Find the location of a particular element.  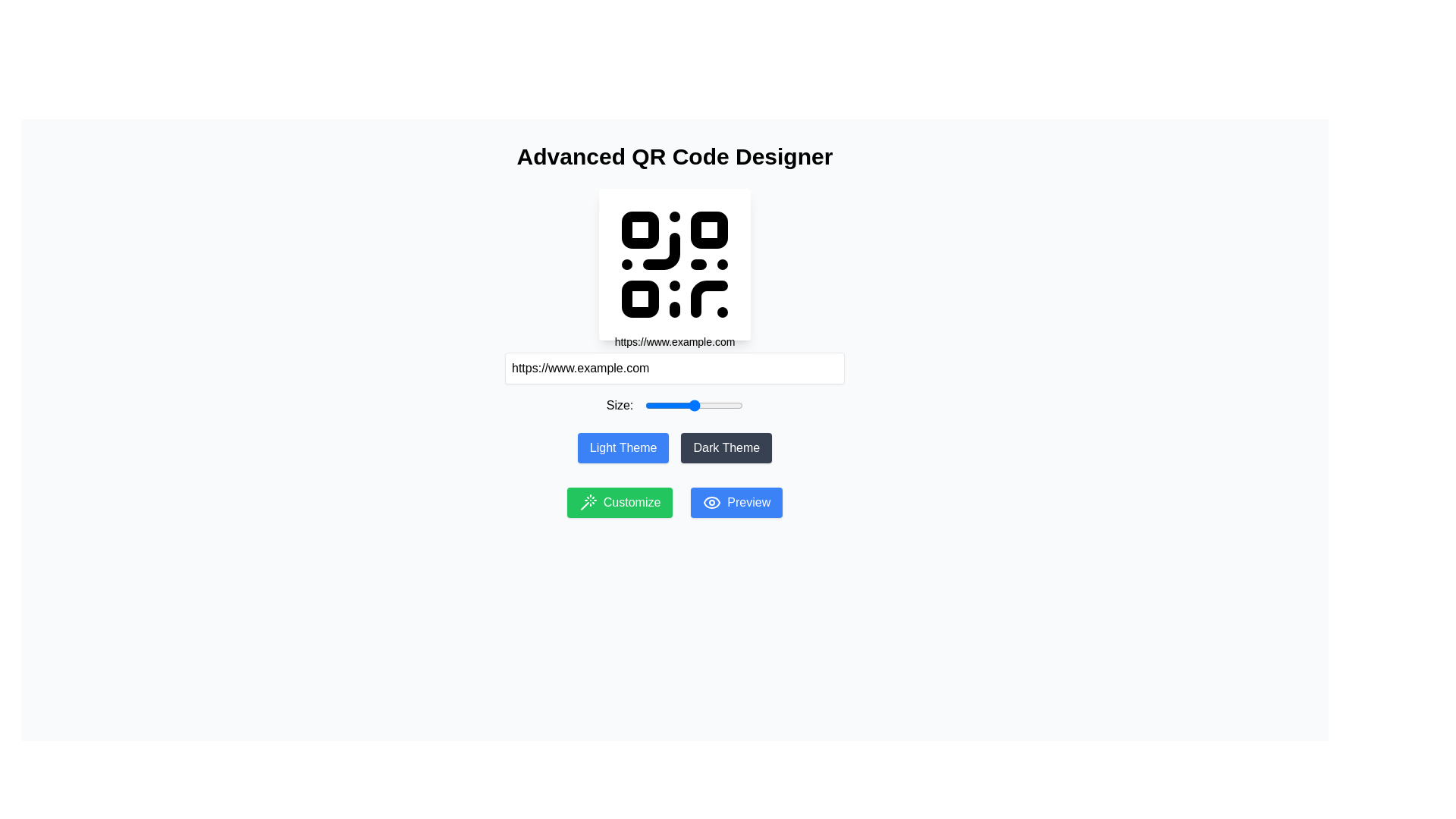

the size is located at coordinates (666, 405).